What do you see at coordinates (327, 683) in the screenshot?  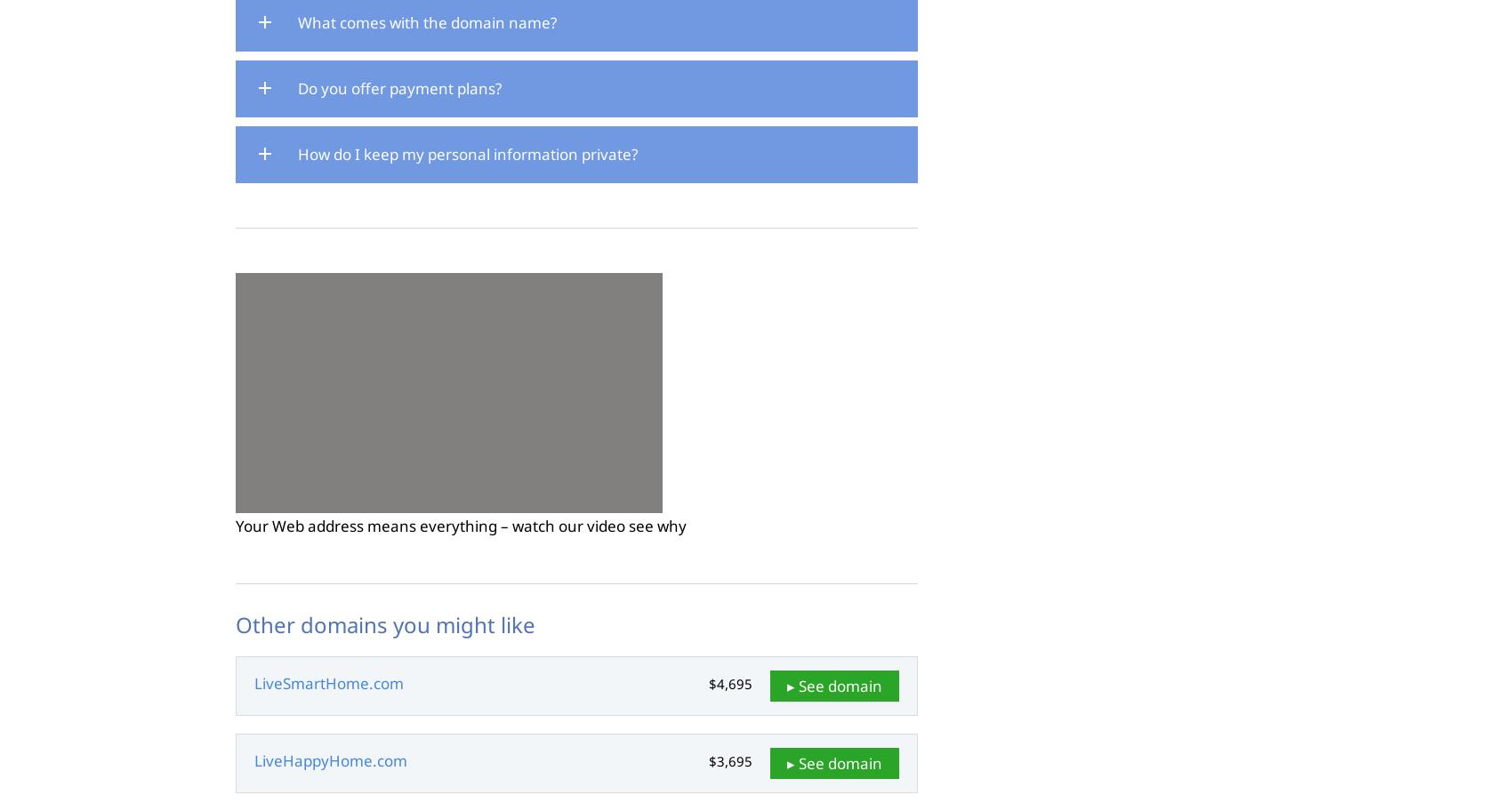 I see `'LiveSmartHome.com'` at bounding box center [327, 683].